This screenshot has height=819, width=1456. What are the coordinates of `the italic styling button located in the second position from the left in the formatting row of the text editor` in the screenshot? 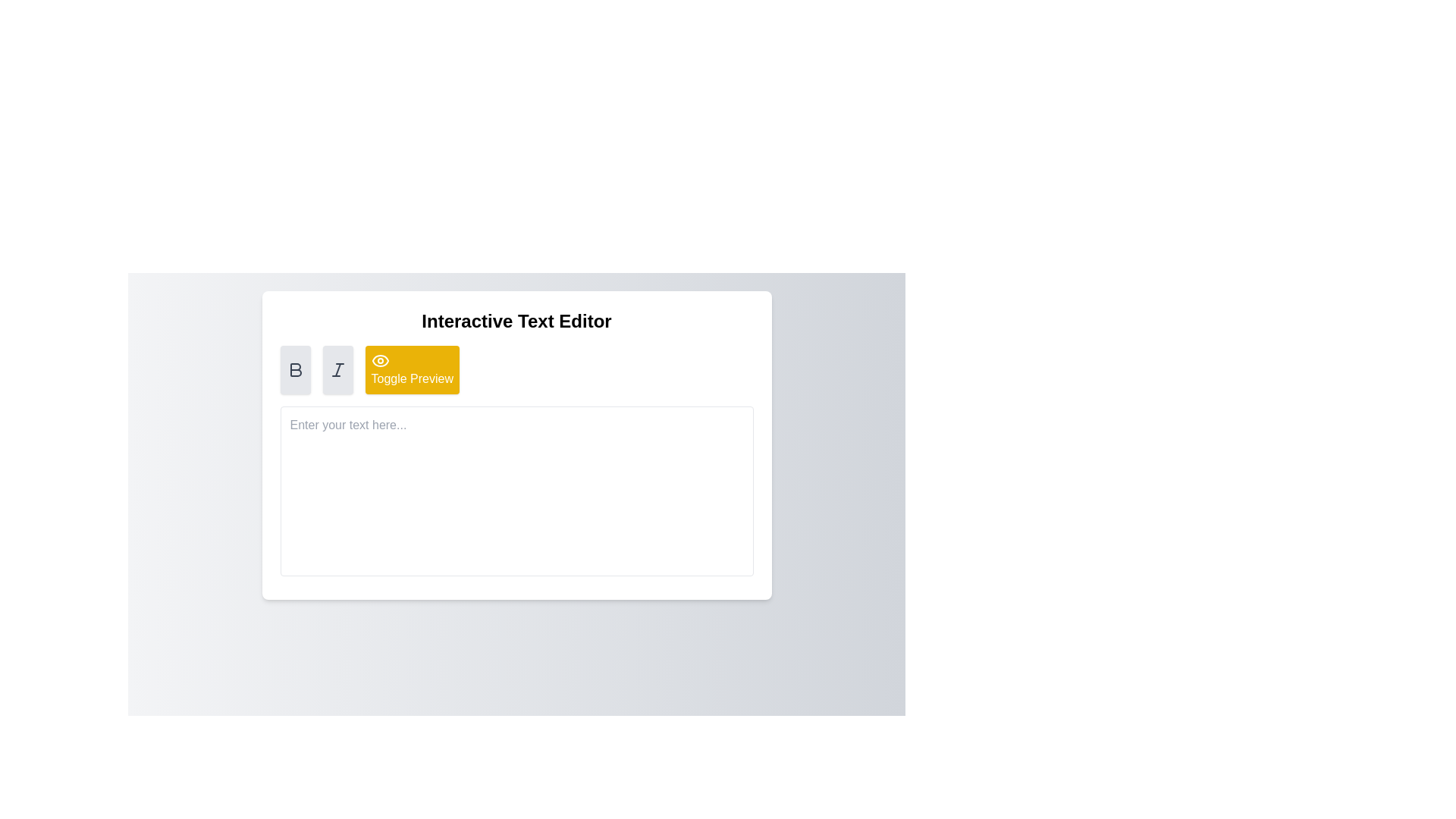 It's located at (337, 370).